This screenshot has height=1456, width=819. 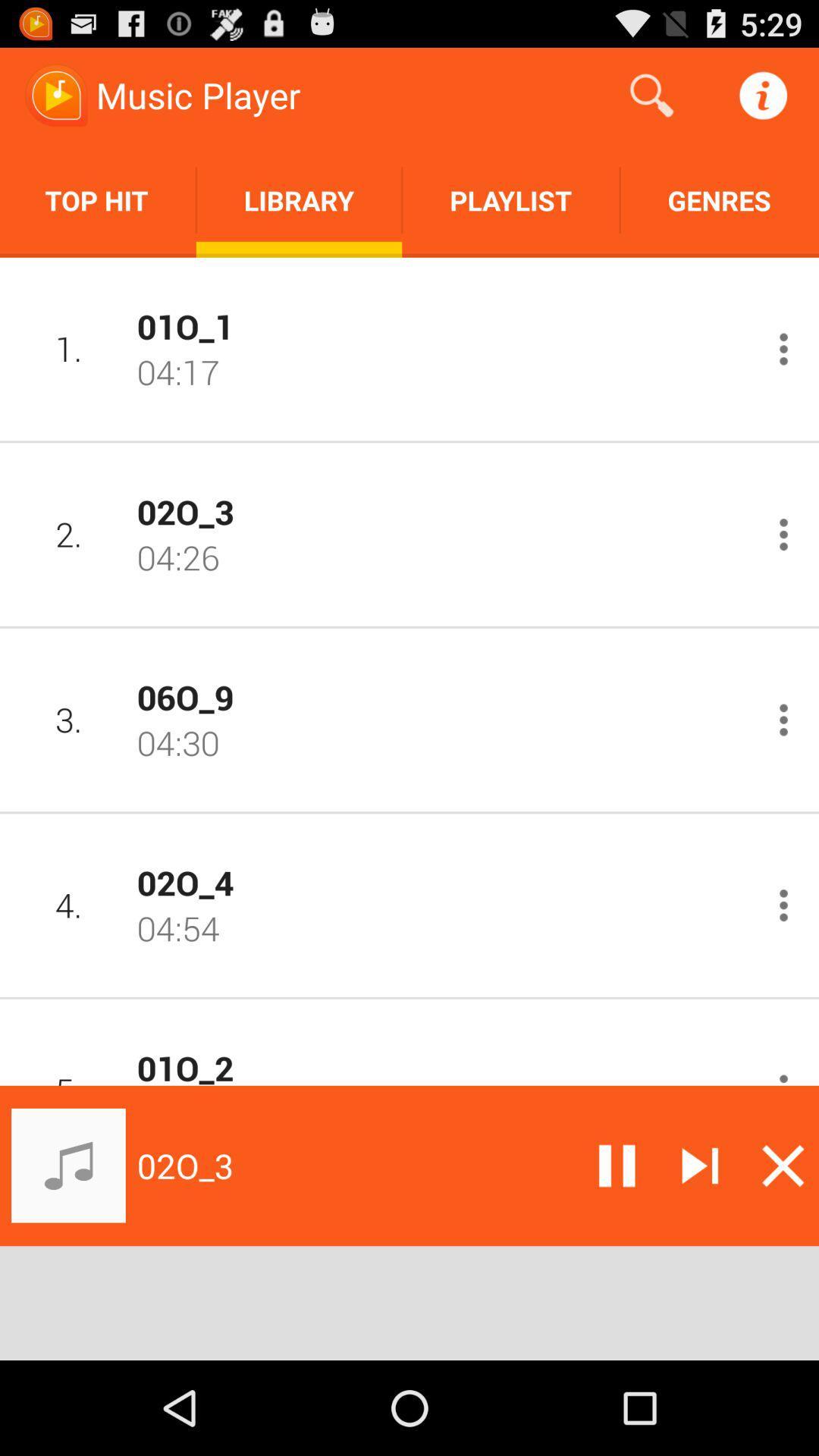 I want to click on open more options, so click(x=783, y=535).